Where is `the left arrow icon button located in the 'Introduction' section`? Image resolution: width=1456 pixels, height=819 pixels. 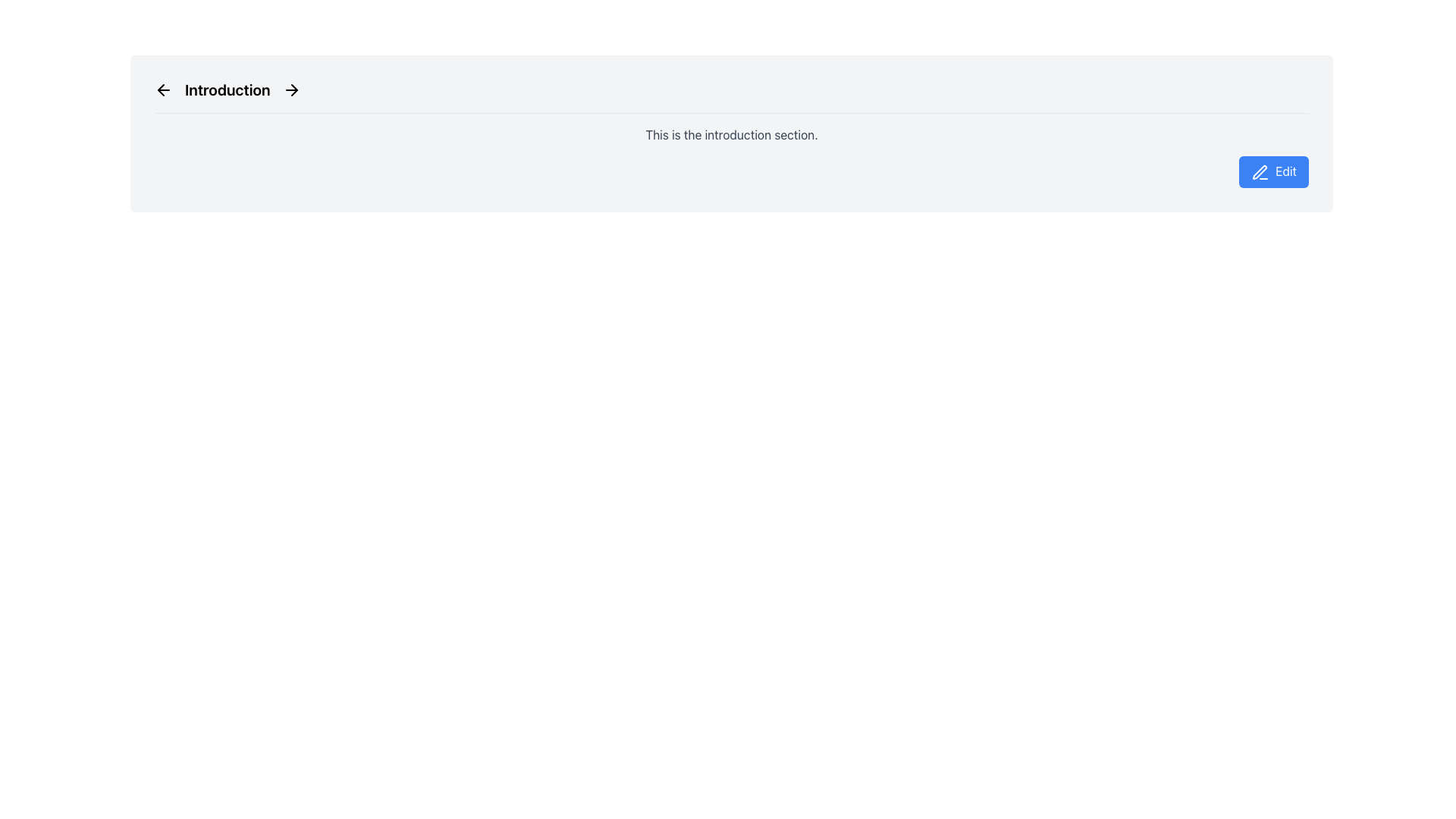
the left arrow icon button located in the 'Introduction' section is located at coordinates (164, 90).